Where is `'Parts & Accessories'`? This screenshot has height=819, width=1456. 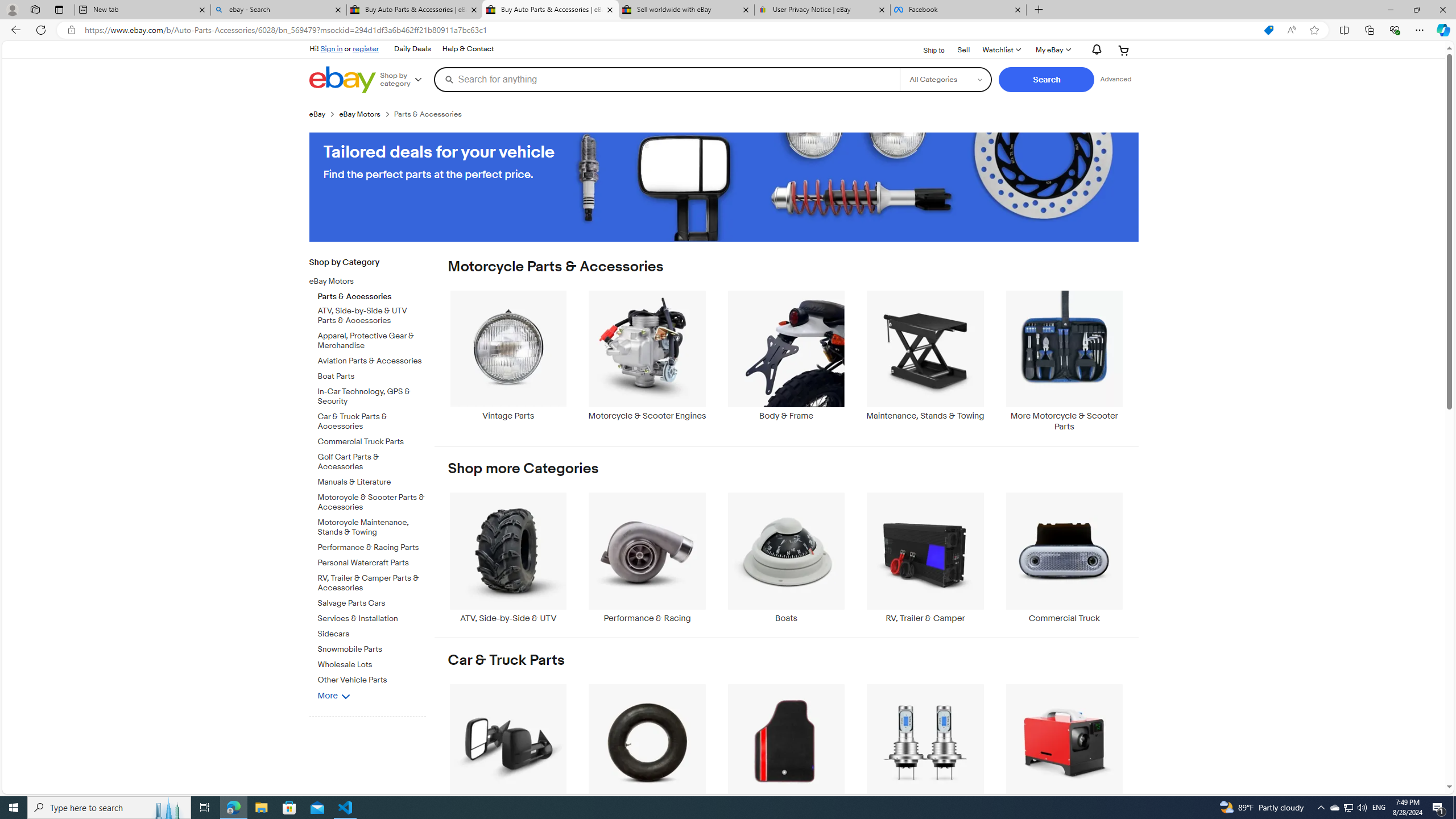
'Parts & Accessories' is located at coordinates (371, 294).